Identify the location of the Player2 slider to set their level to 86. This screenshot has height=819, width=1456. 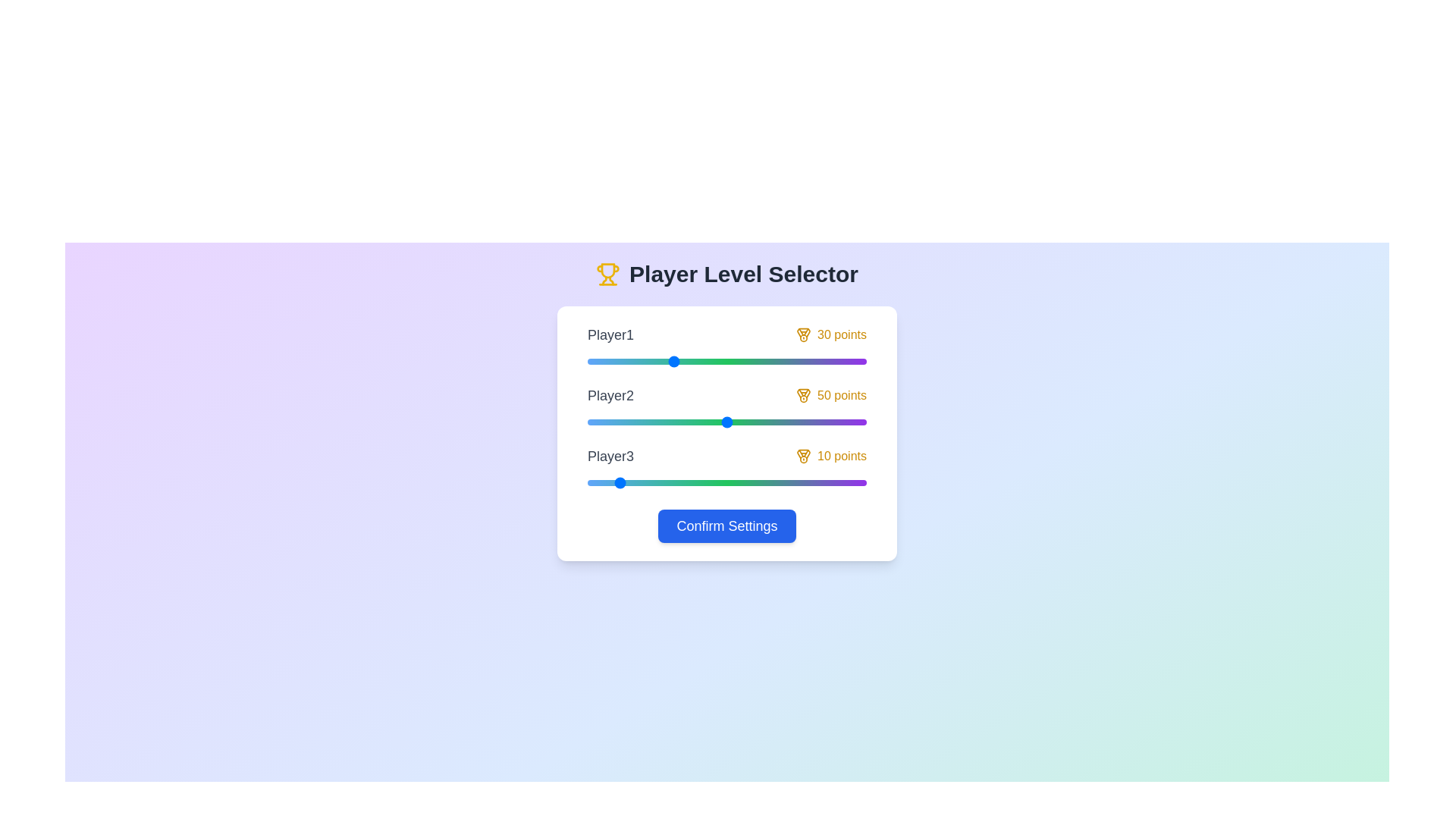
(827, 422).